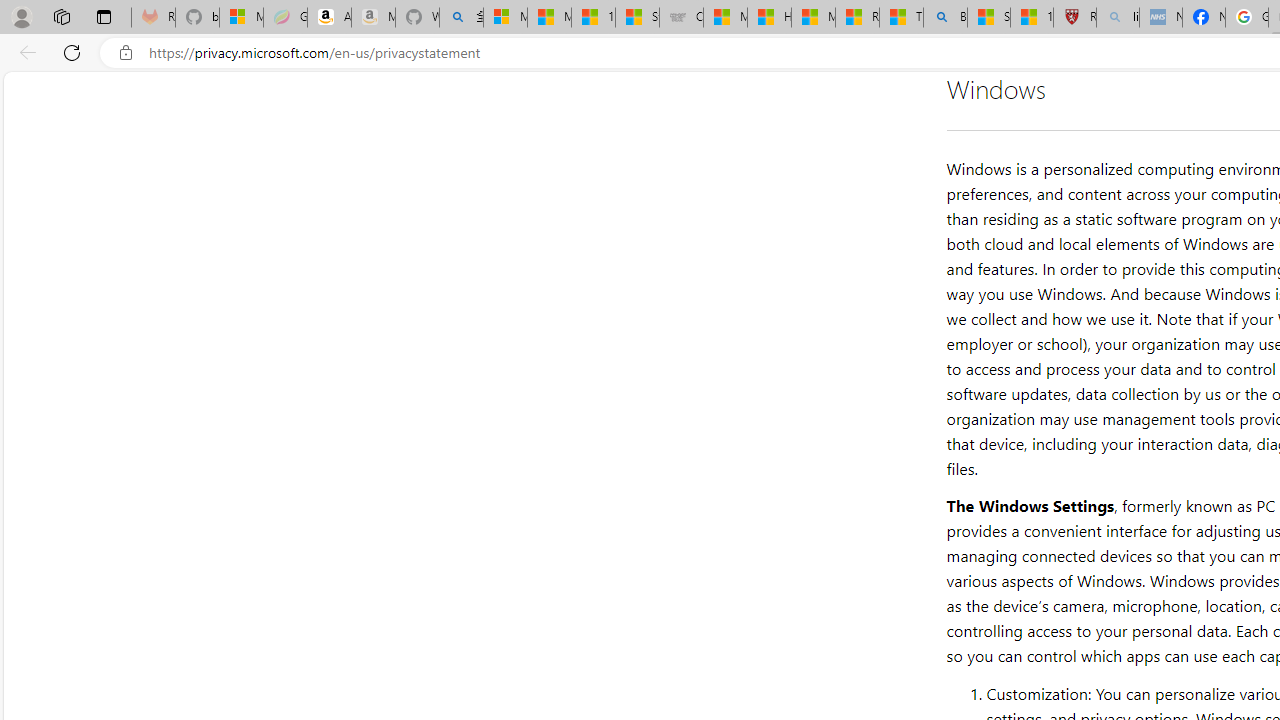 The image size is (1280, 720). What do you see at coordinates (857, 17) in the screenshot?
I see `'Recipes - MSN'` at bounding box center [857, 17].